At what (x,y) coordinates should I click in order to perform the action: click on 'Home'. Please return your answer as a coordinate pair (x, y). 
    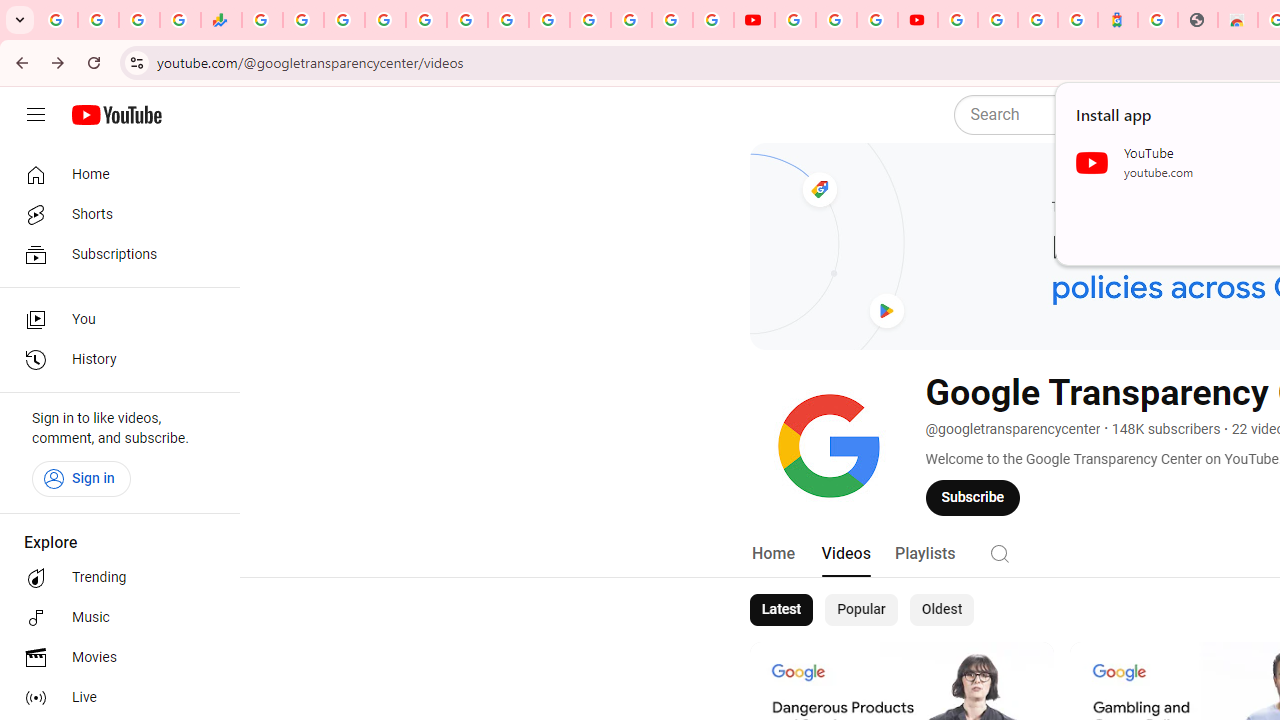
    Looking at the image, I should click on (772, 553).